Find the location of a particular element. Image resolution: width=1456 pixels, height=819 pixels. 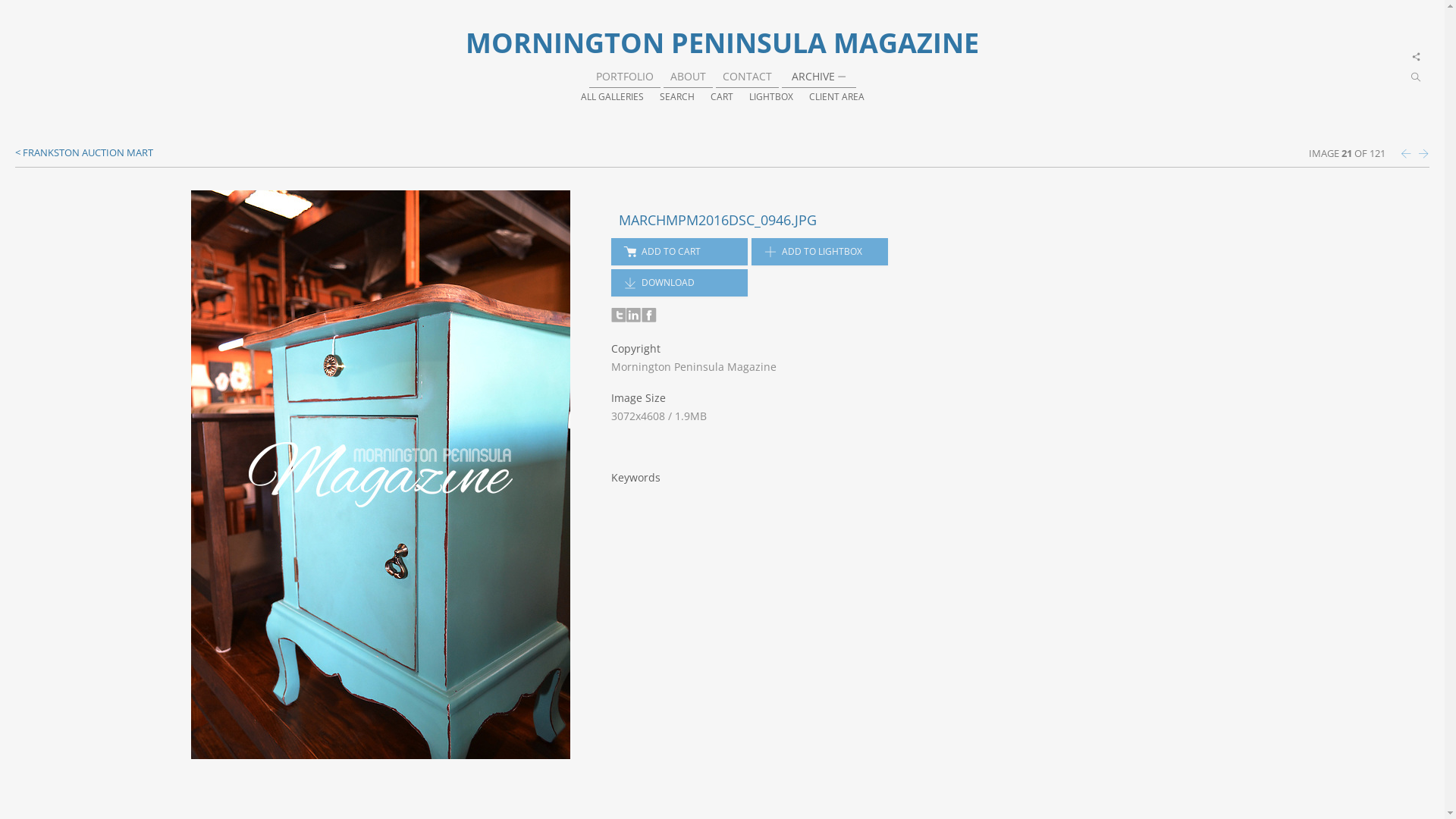

'DOWNLOAD' is located at coordinates (679, 283).